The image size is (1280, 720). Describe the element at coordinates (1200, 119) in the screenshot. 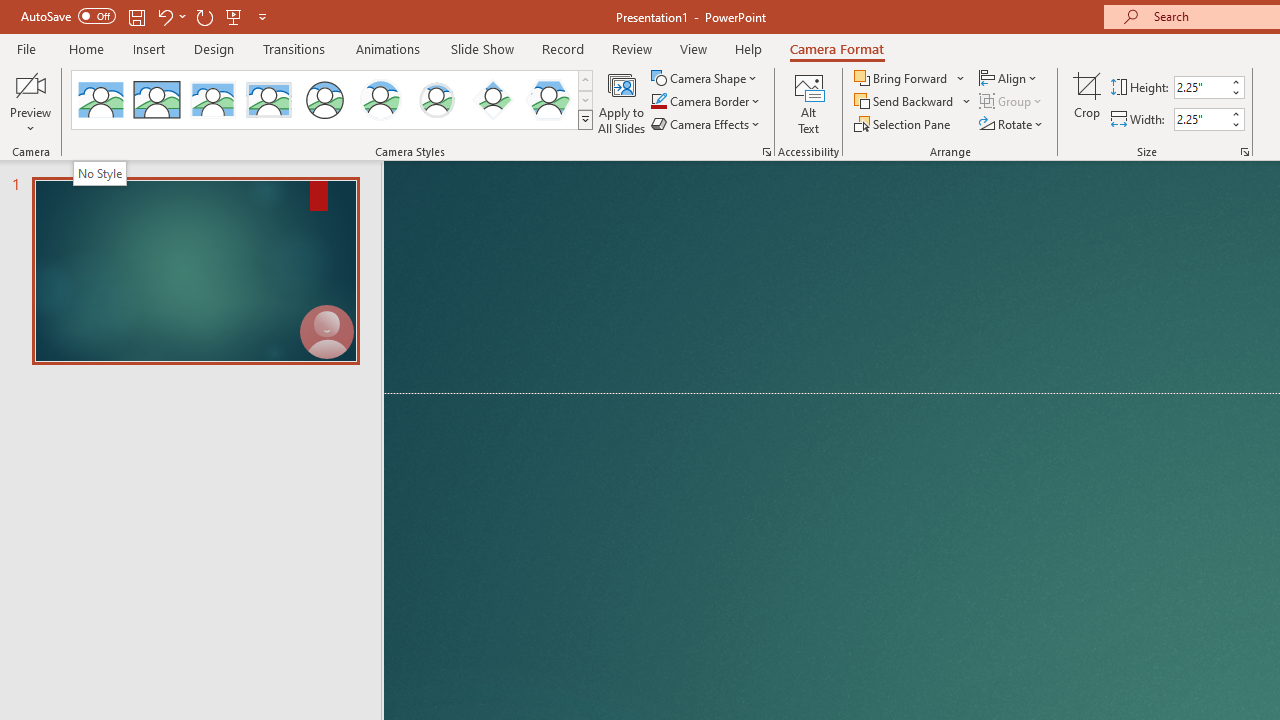

I see `'Cameo Width'` at that location.